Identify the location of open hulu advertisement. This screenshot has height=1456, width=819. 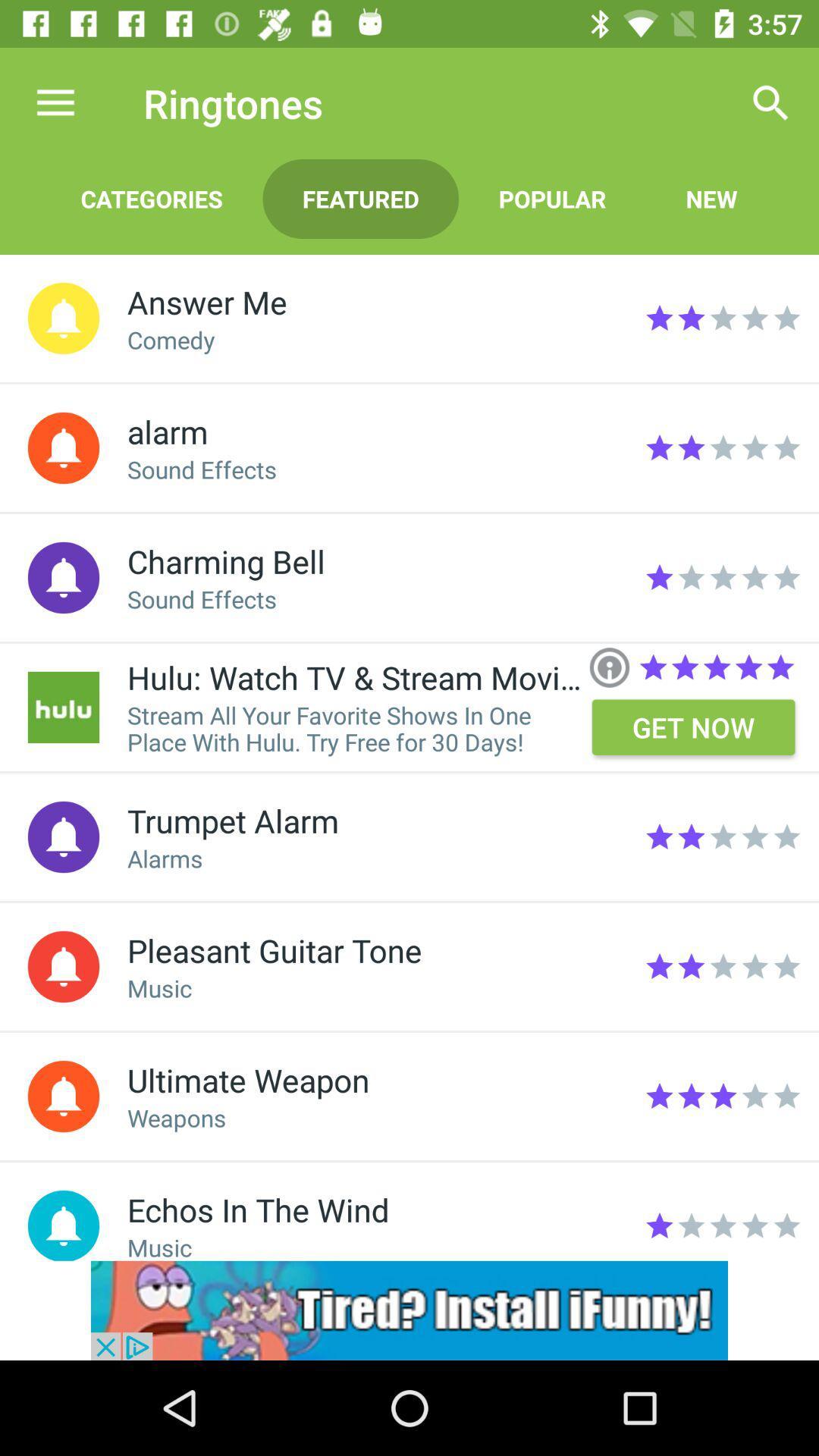
(63, 706).